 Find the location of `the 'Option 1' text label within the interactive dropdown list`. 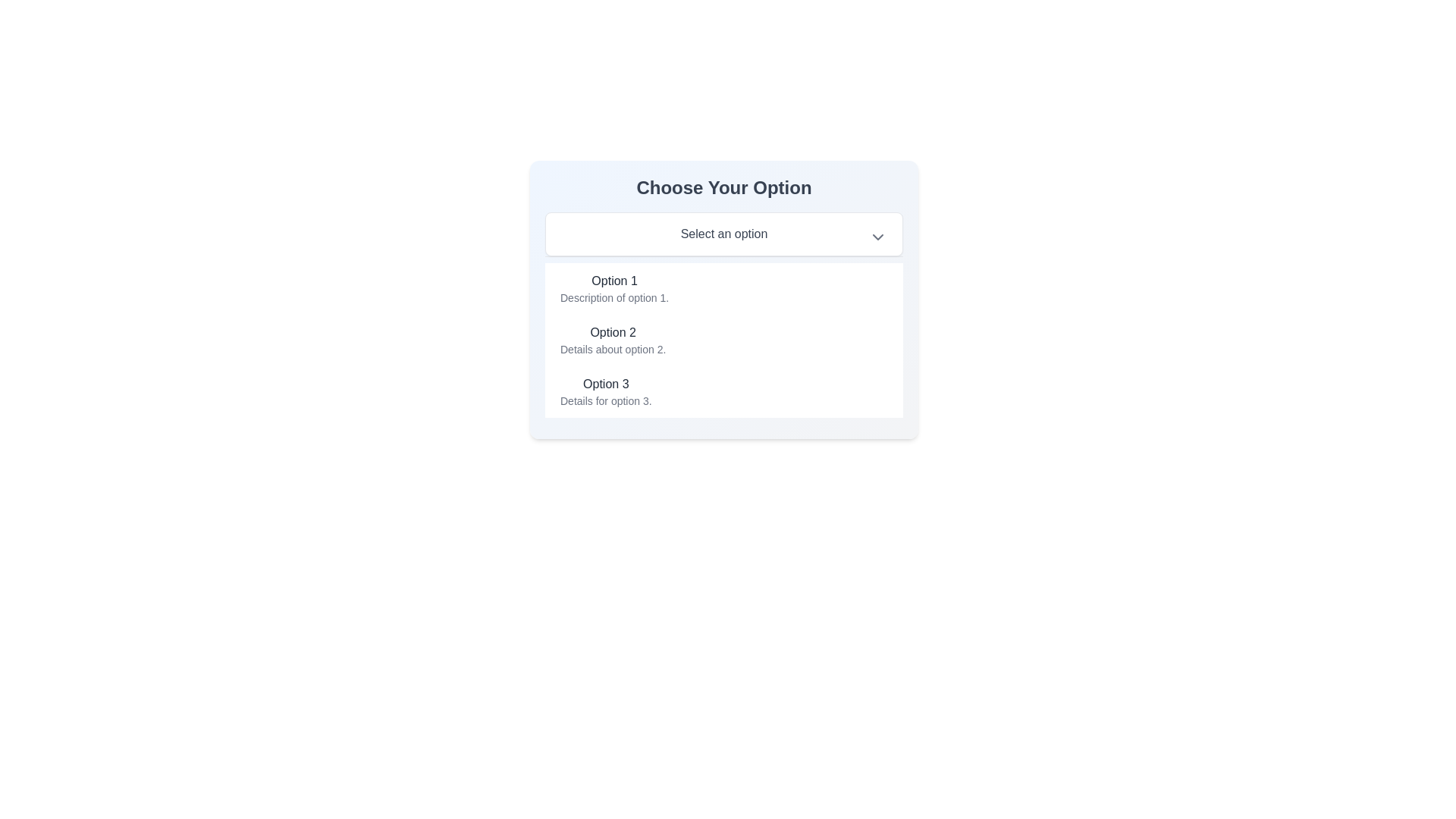

the 'Option 1' text label within the interactive dropdown list is located at coordinates (614, 281).